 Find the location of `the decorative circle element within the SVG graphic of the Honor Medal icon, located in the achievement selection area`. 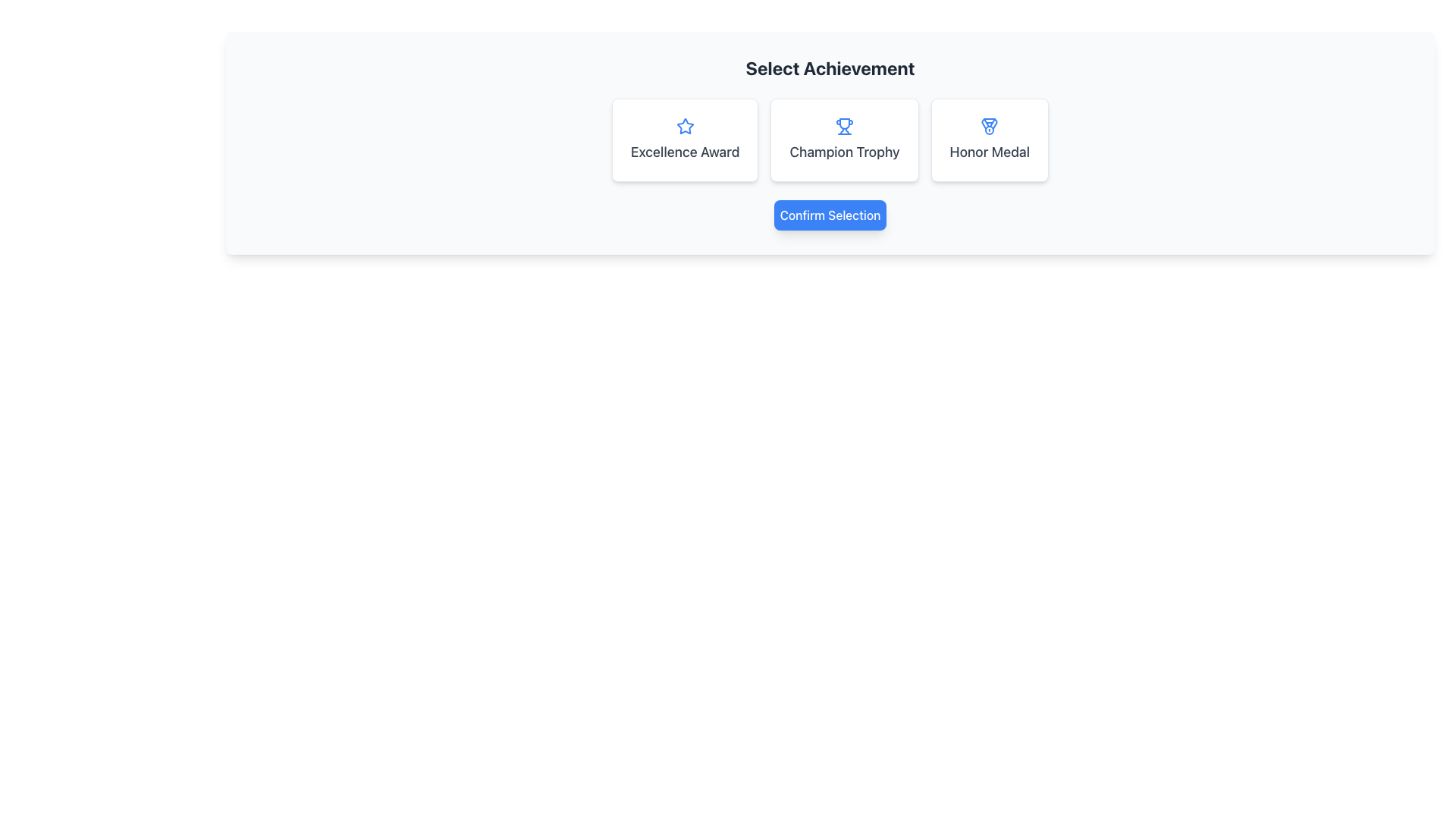

the decorative circle element within the SVG graphic of the Honor Medal icon, located in the achievement selection area is located at coordinates (990, 130).